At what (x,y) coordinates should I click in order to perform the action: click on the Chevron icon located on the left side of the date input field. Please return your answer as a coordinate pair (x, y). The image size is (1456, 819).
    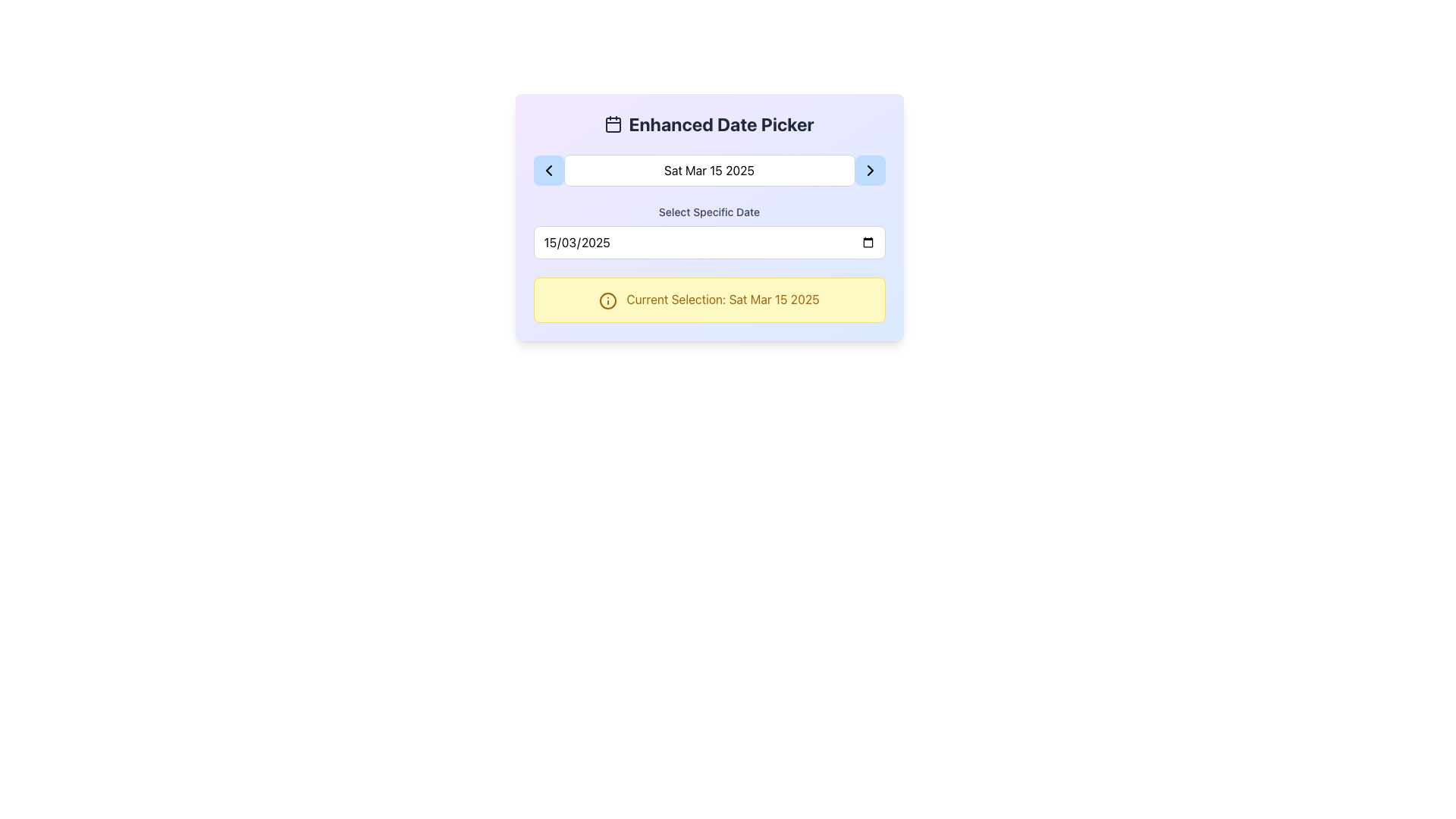
    Looking at the image, I should click on (548, 170).